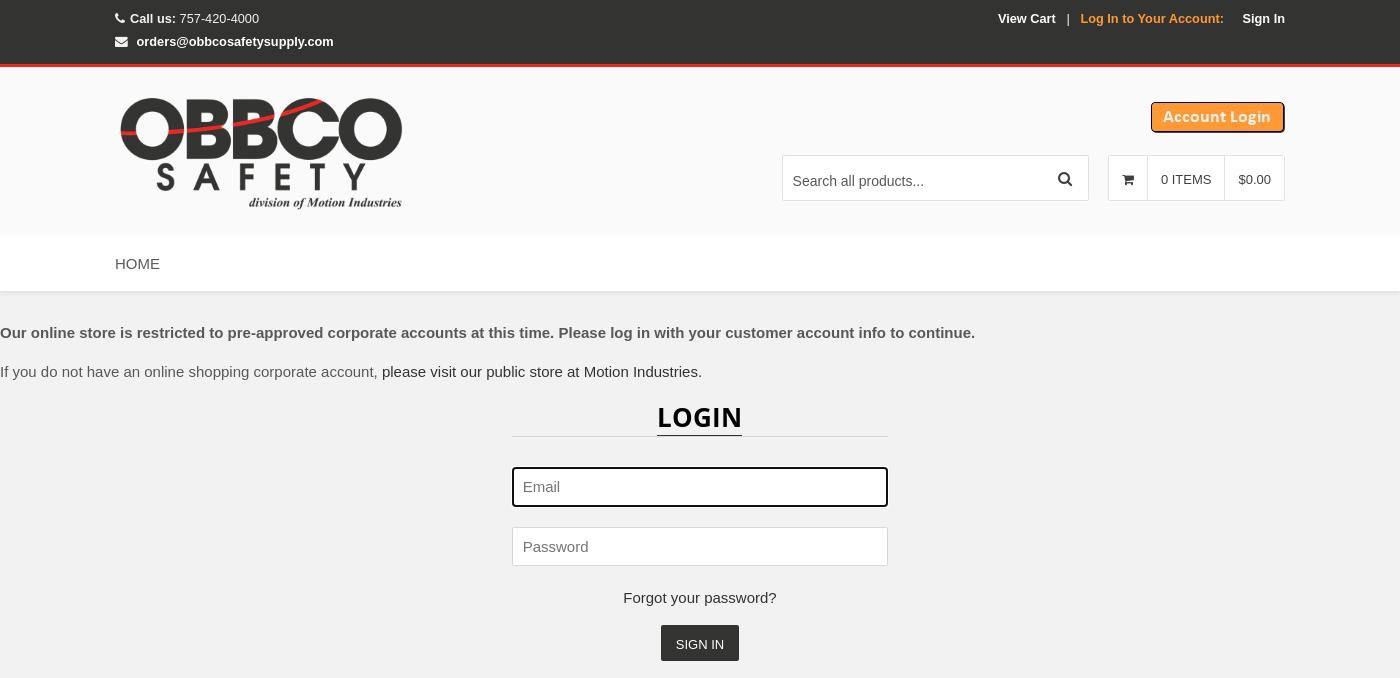 The width and height of the screenshot is (1400, 678). What do you see at coordinates (0, 331) in the screenshot?
I see `'Our online store is restricted to pre-approved corporate accounts at this time. Please log in with your customer account info to continue.'` at bounding box center [0, 331].